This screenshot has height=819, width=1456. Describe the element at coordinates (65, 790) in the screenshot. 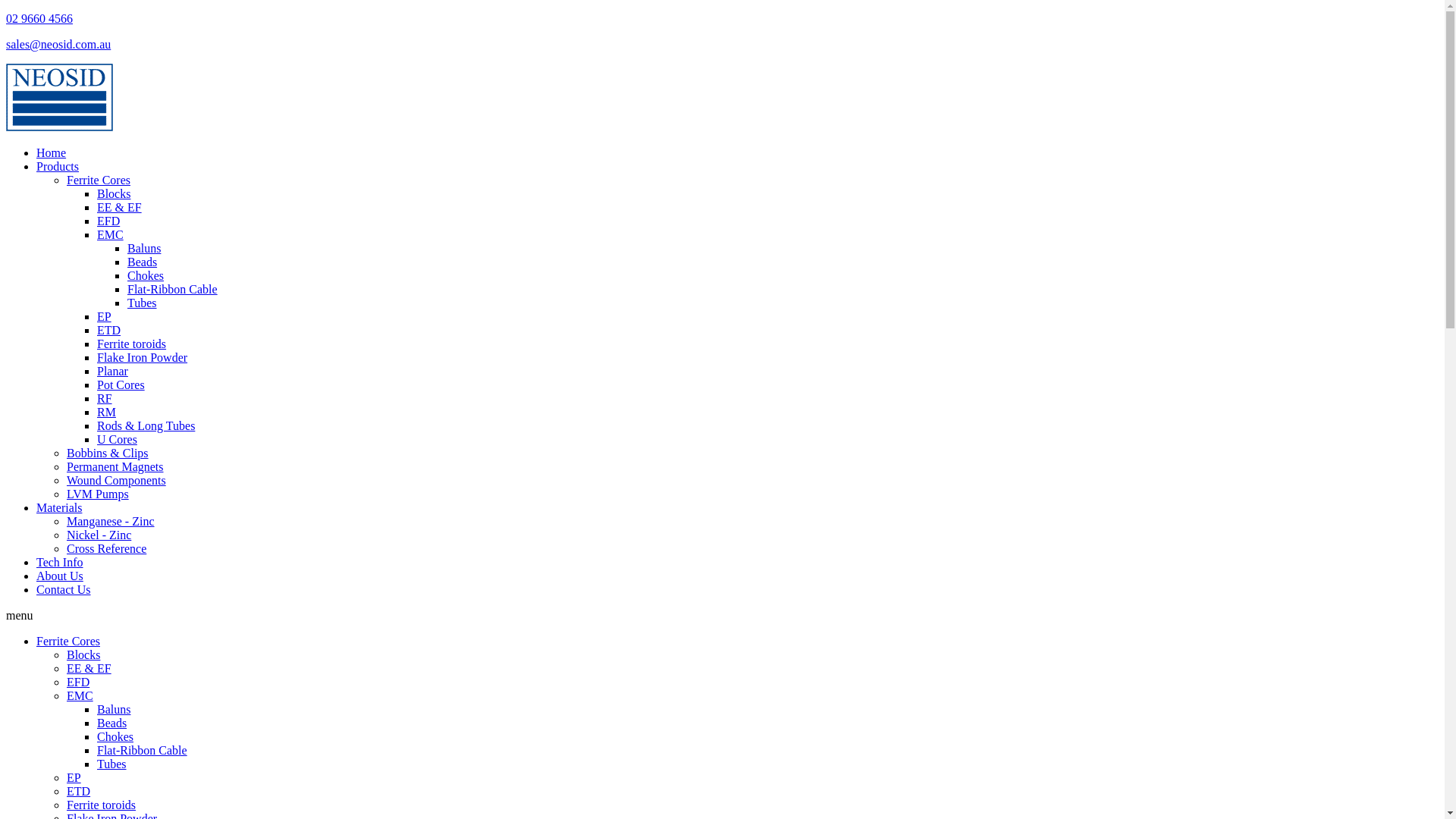

I see `'ETD'` at that location.